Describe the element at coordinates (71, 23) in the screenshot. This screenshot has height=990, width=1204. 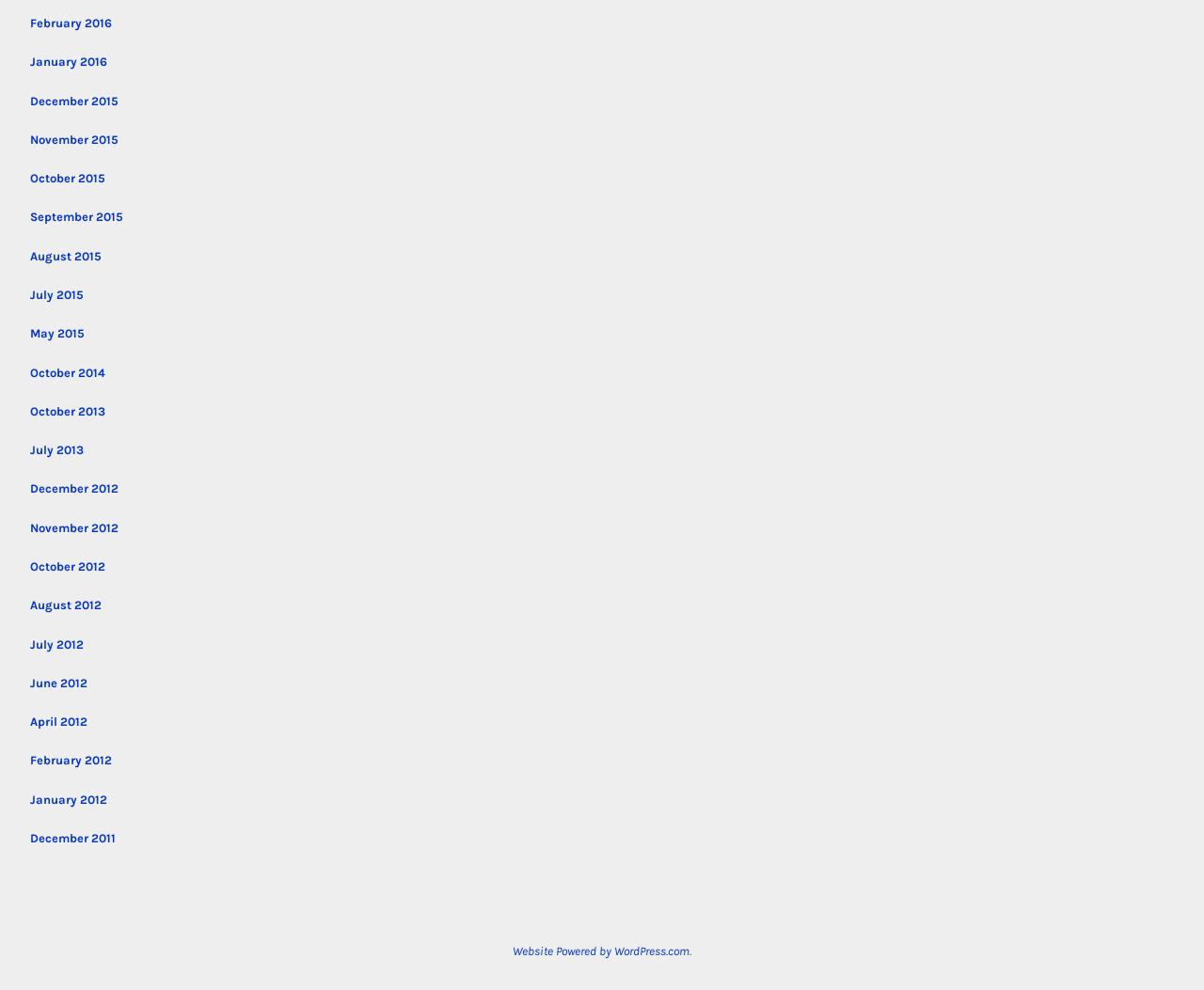
I see `'February 2016'` at that location.